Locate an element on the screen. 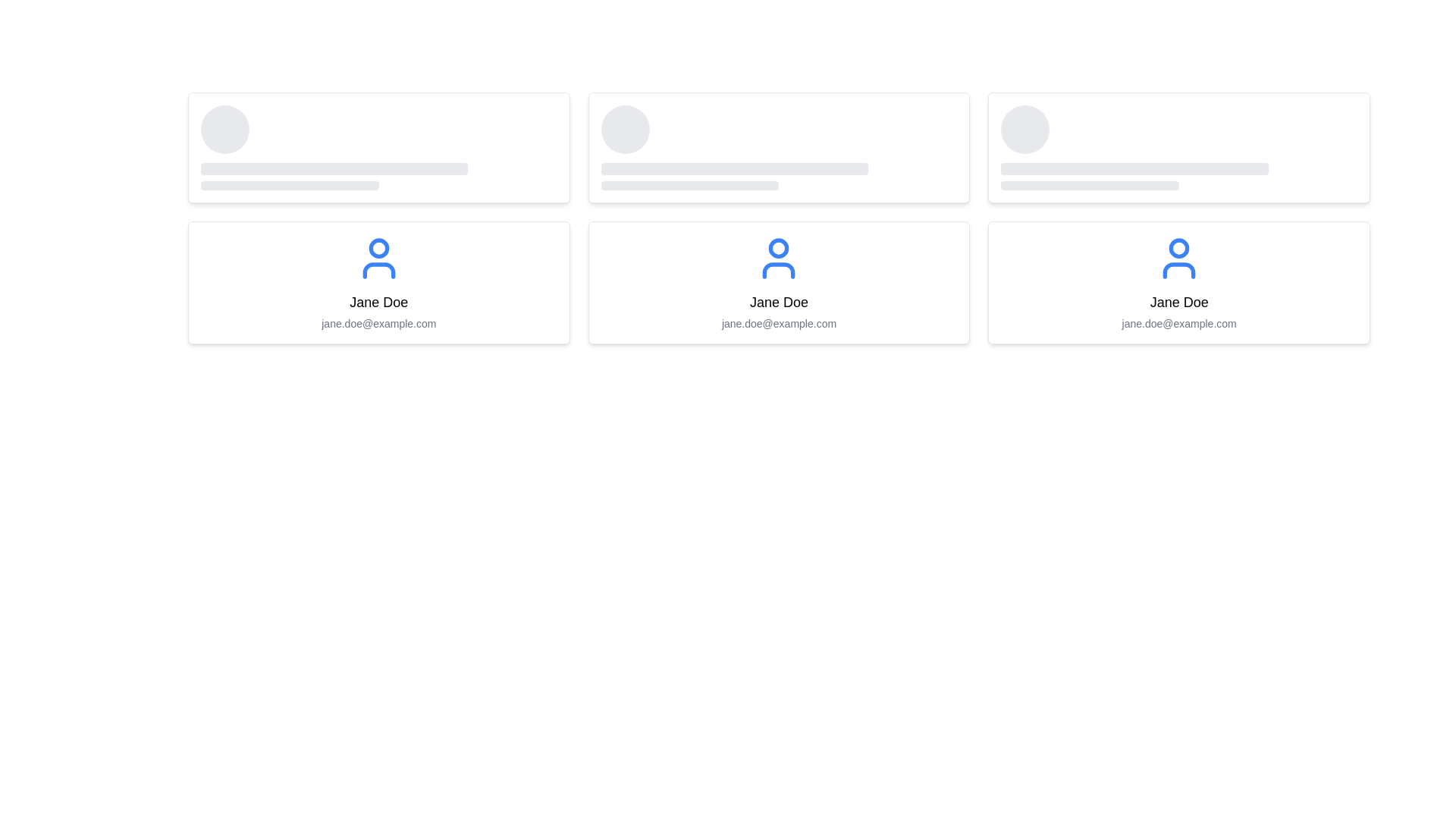 This screenshot has width=1456, height=819. the third placeholder or skeleton loader card located in the top-right corner of the grid, which is currently in a loading state is located at coordinates (1178, 148).